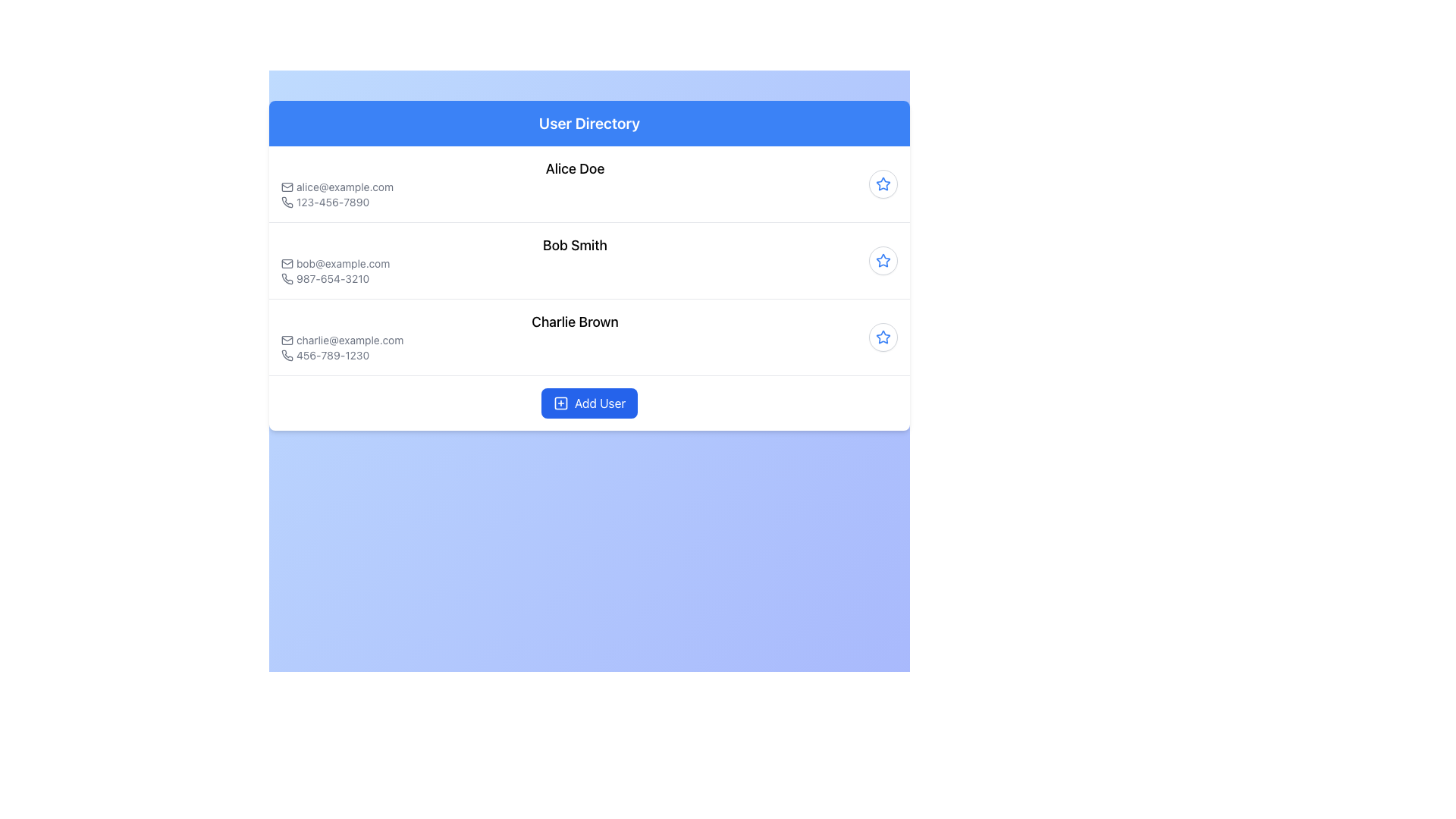  Describe the element at coordinates (287, 186) in the screenshot. I see `the envelope icon located in the first row of the user directory adjacent to the email address 'alice@example.com'` at that location.